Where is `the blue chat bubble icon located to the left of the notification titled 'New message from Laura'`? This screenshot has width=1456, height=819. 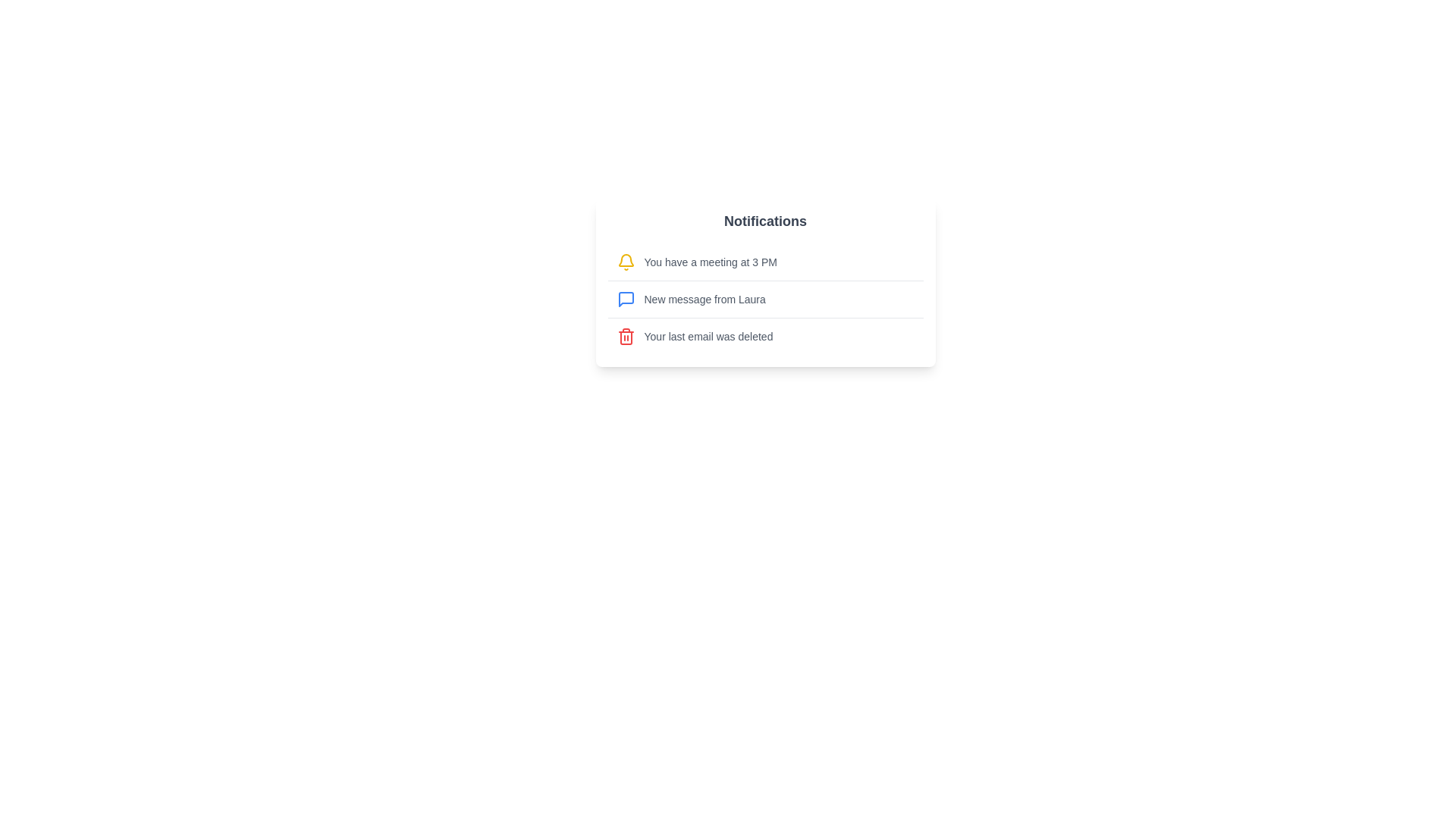 the blue chat bubble icon located to the left of the notification titled 'New message from Laura' is located at coordinates (626, 299).